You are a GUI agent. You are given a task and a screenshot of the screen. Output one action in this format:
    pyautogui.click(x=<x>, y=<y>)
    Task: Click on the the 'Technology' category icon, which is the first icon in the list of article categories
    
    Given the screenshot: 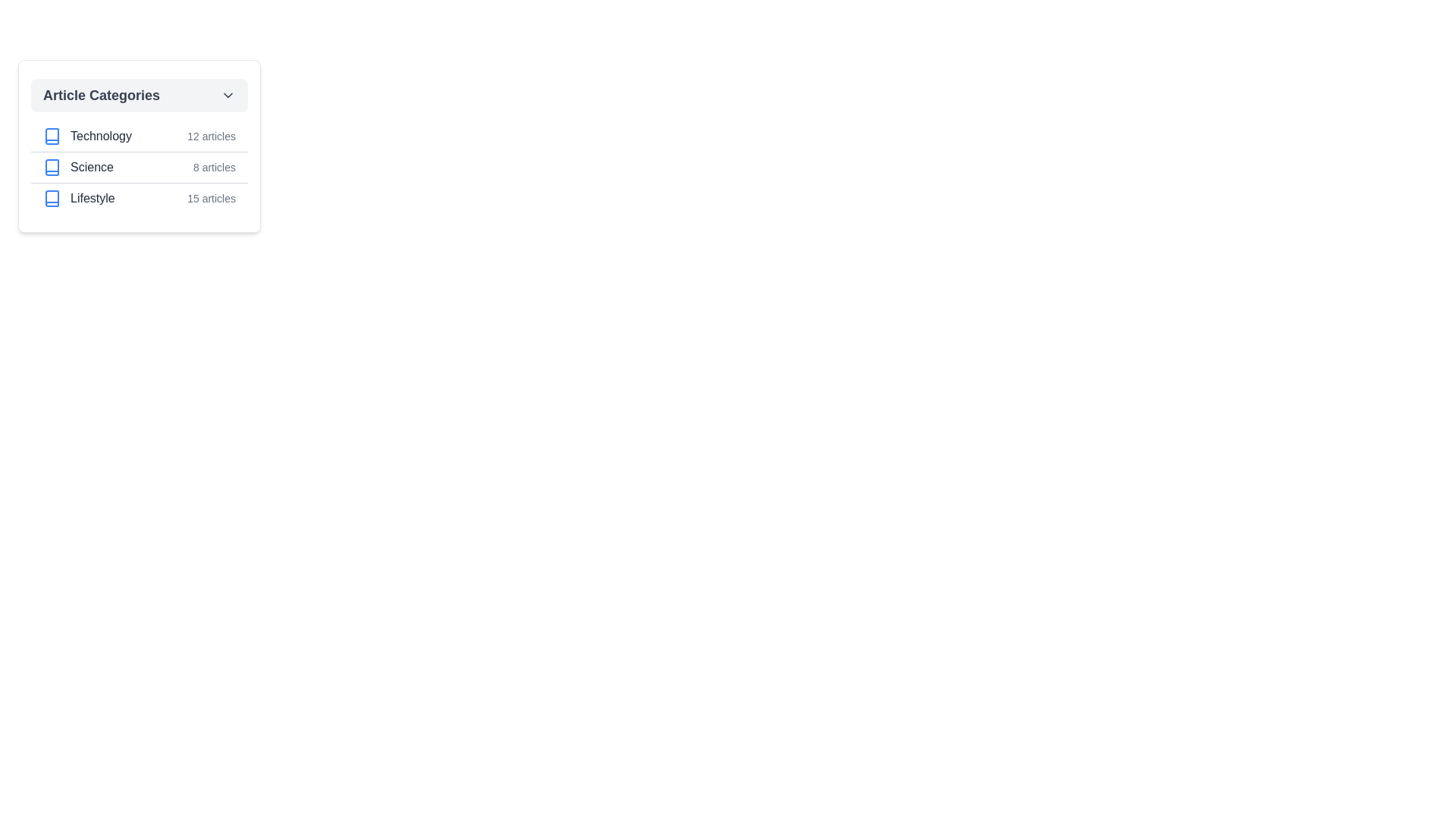 What is the action you would take?
    pyautogui.click(x=52, y=136)
    